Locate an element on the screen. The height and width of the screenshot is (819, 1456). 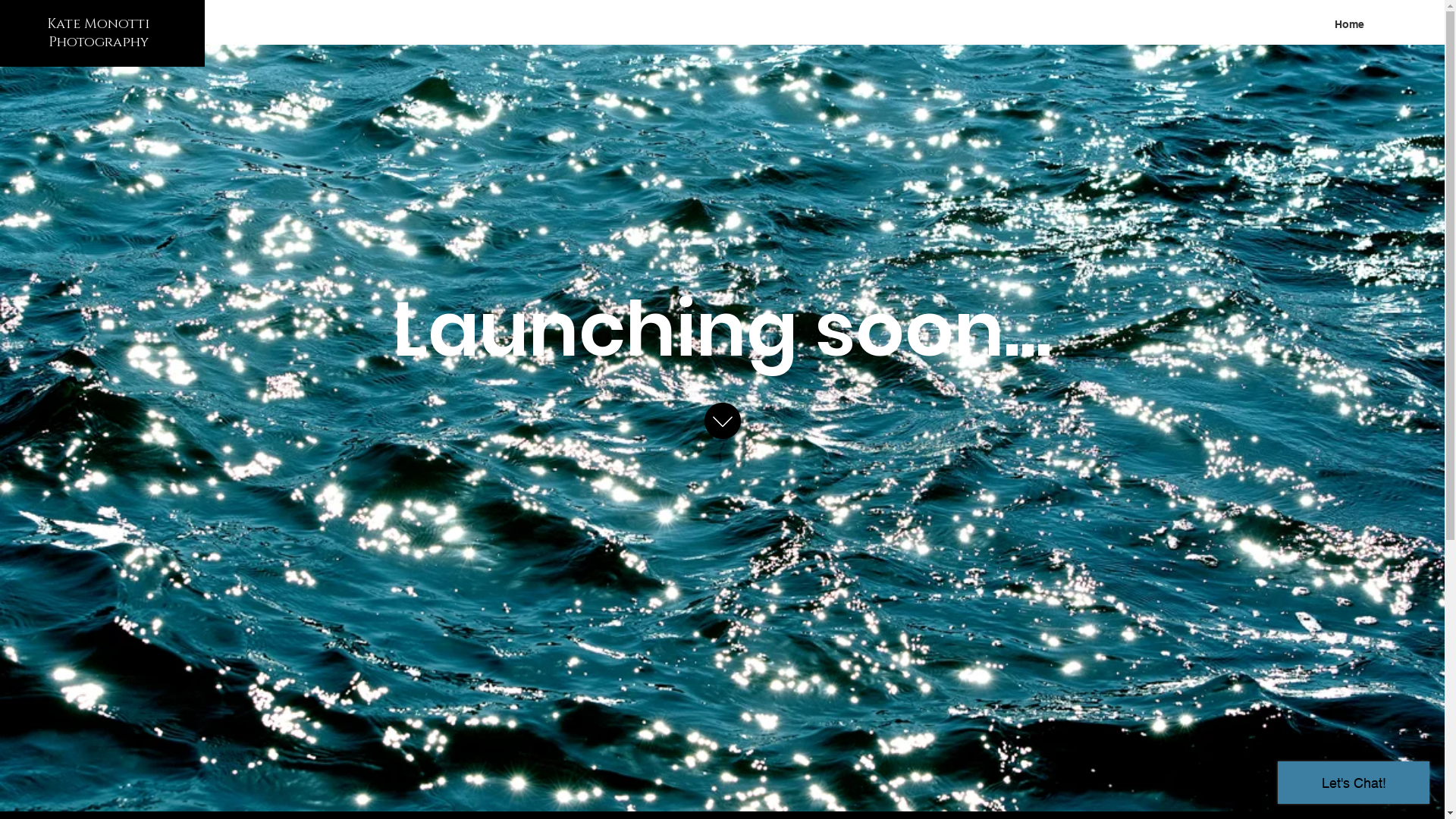
'Home' is located at coordinates (1349, 24).